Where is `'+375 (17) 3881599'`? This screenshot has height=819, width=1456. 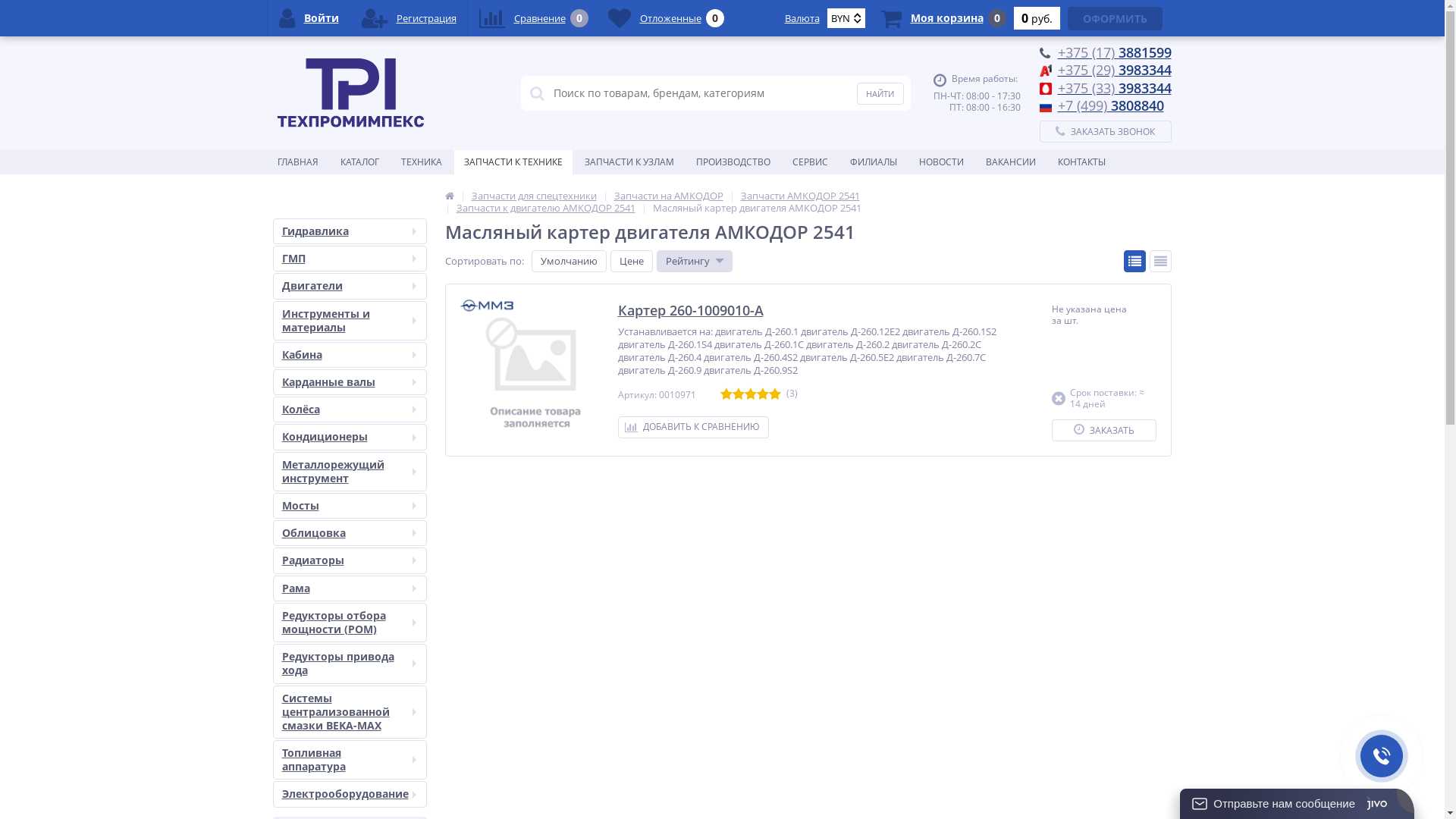 '+375 (17) 3881599' is located at coordinates (1056, 52).